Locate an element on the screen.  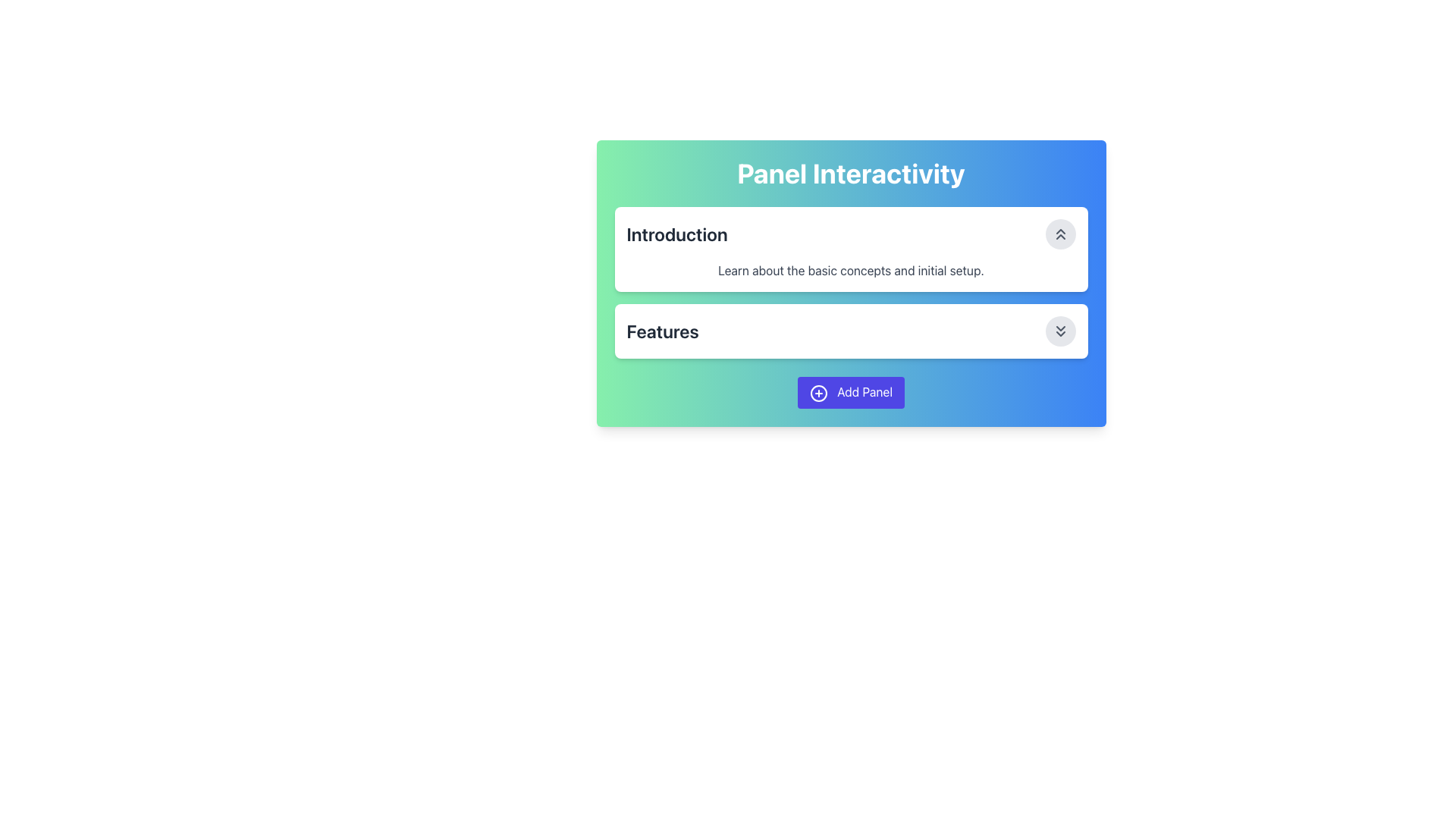
the small circular button with a light gray background and a downward double-chevron icon, located to the right of the 'Features' label is located at coordinates (1059, 330).